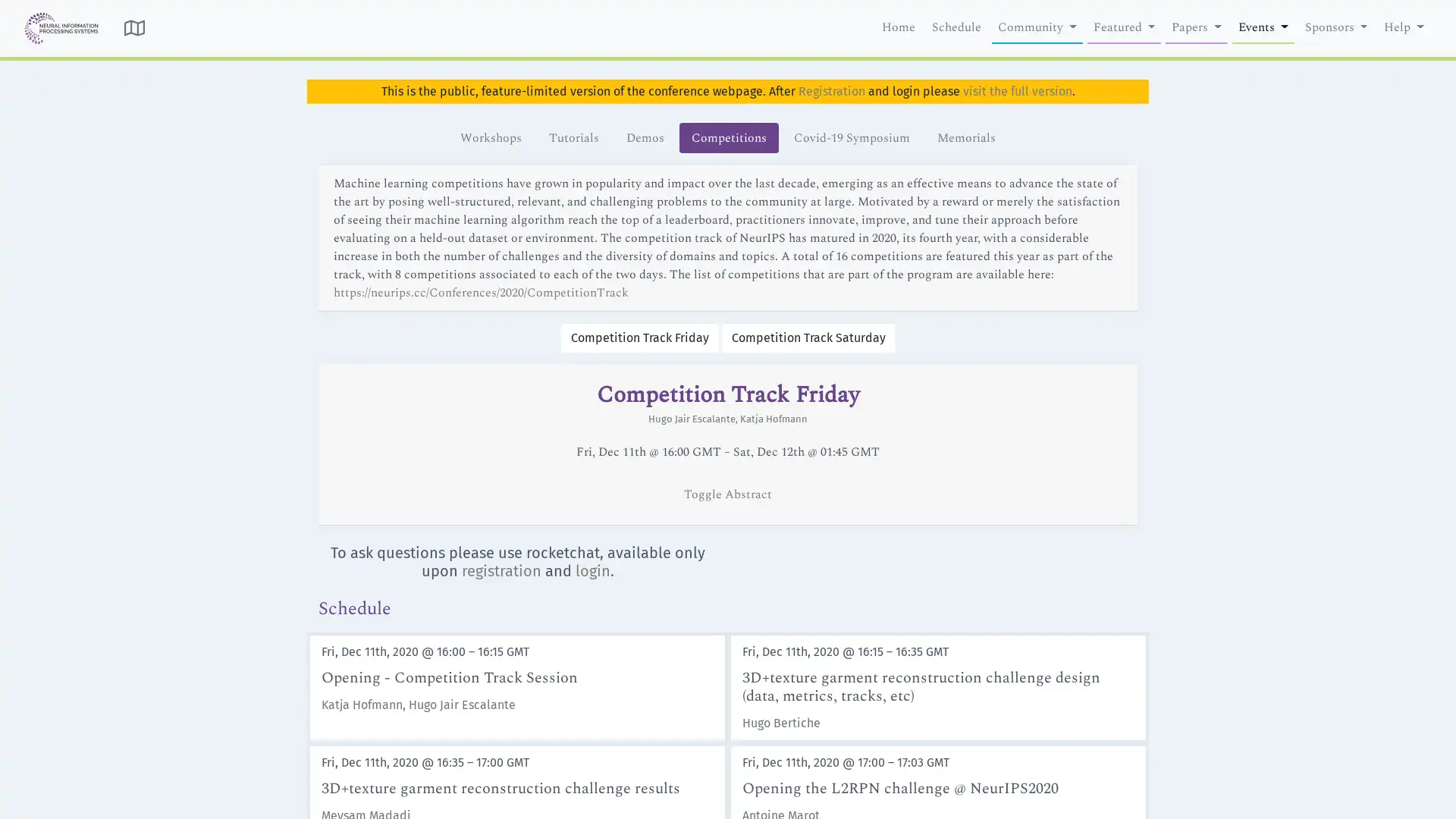 The height and width of the screenshot is (819, 1456). I want to click on Toggle Abstract, so click(728, 494).